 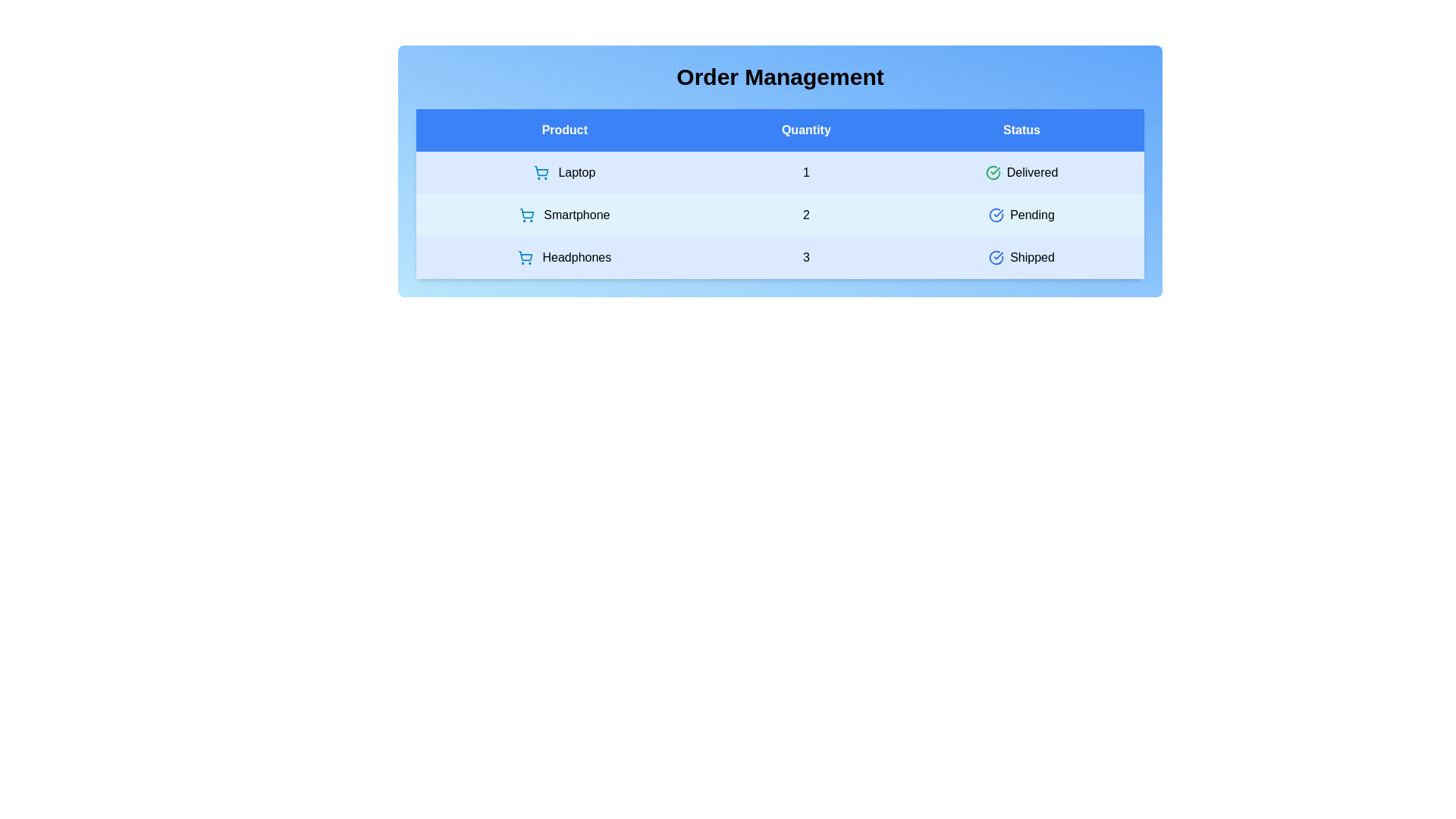 I want to click on the header title 'Quantity' to sort the table by that column, so click(x=805, y=130).